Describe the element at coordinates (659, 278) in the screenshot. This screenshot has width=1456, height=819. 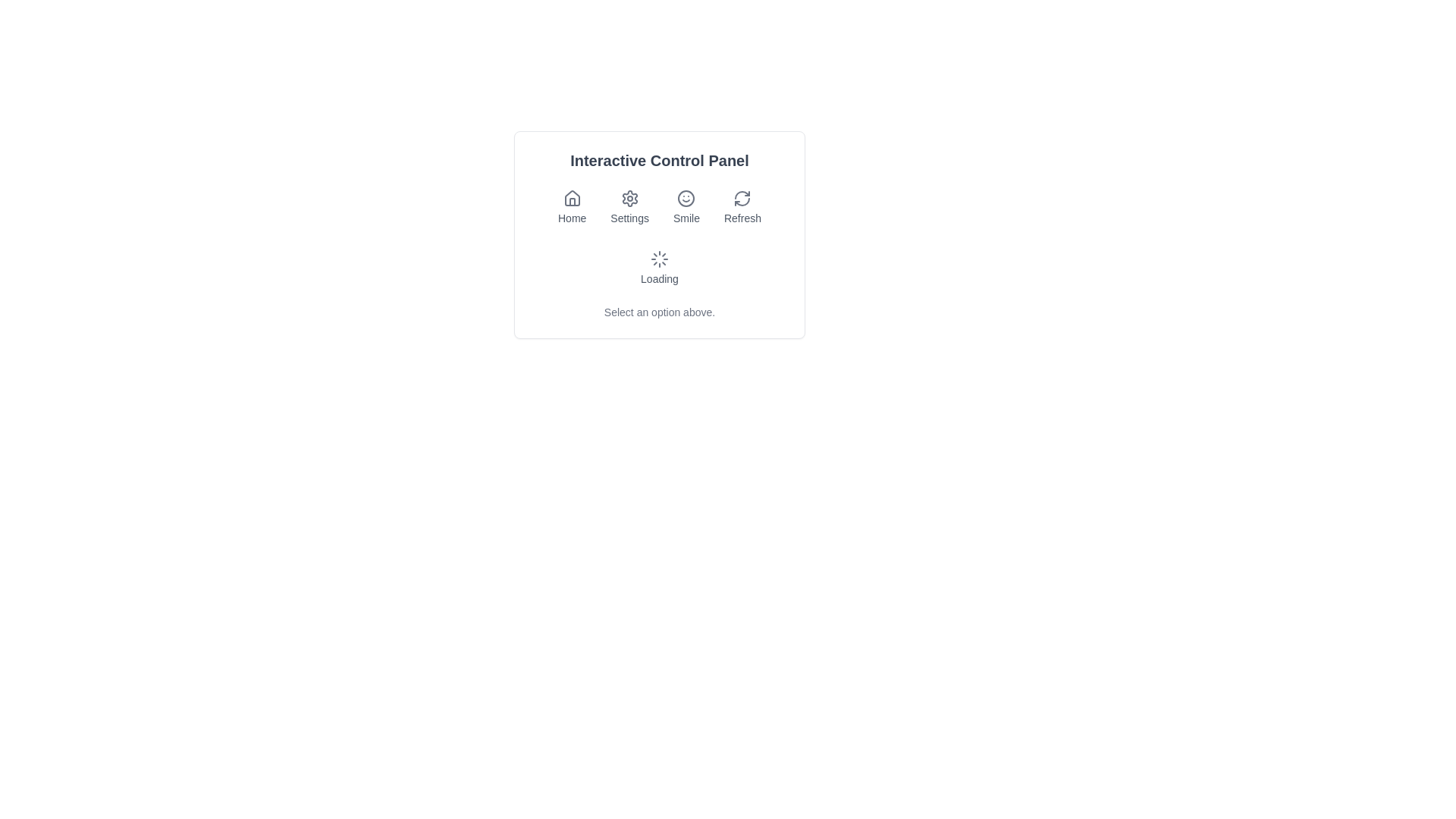
I see `the text label displaying 'Loading' in a small-sized, gray font, which is positioned beneath a spinner icon within the control panel` at that location.